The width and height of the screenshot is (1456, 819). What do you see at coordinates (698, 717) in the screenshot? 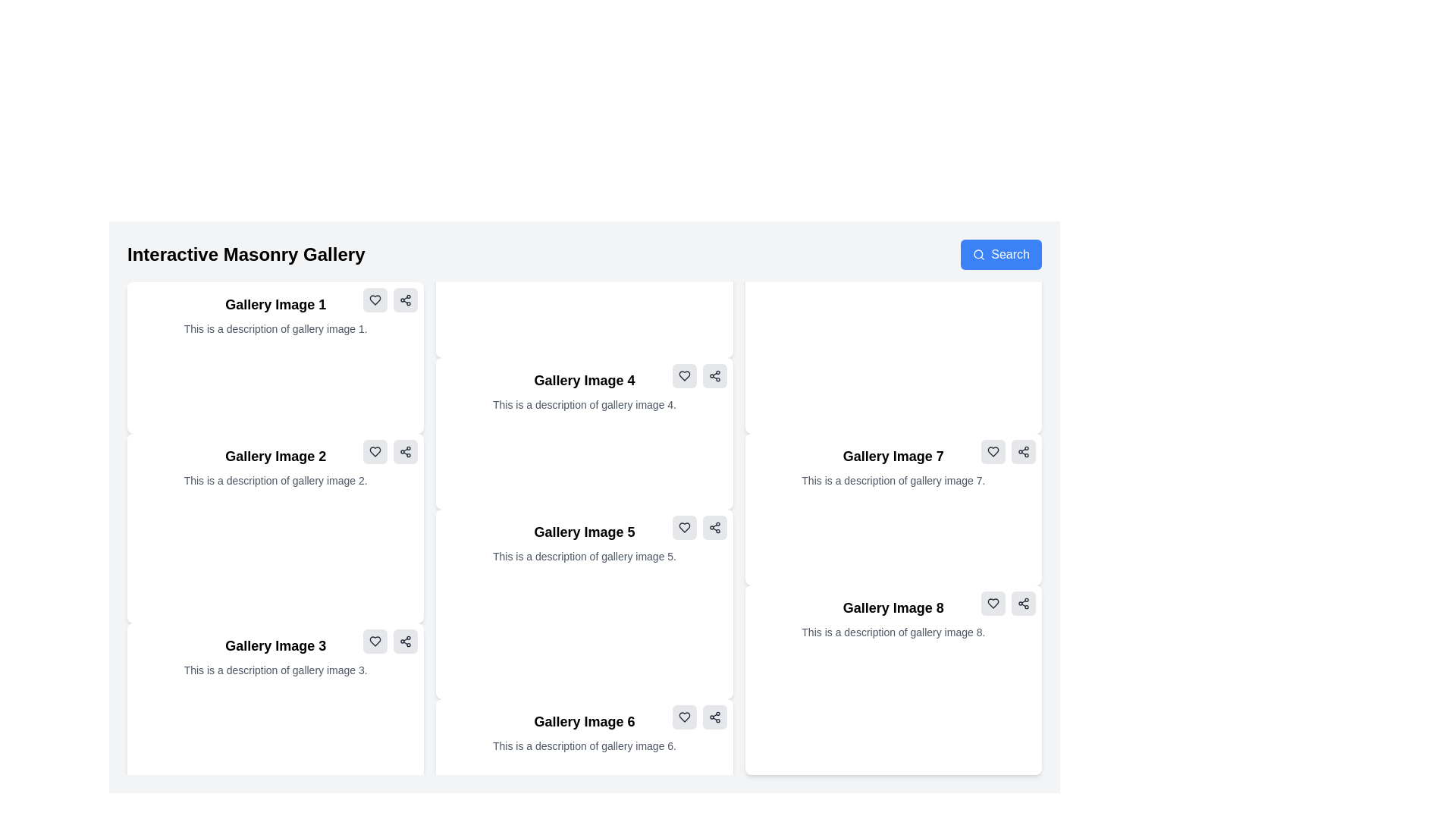
I see `the heart icon in the interactive icons group located in the upper right corner of the 'Gallery Image 6' component` at bounding box center [698, 717].